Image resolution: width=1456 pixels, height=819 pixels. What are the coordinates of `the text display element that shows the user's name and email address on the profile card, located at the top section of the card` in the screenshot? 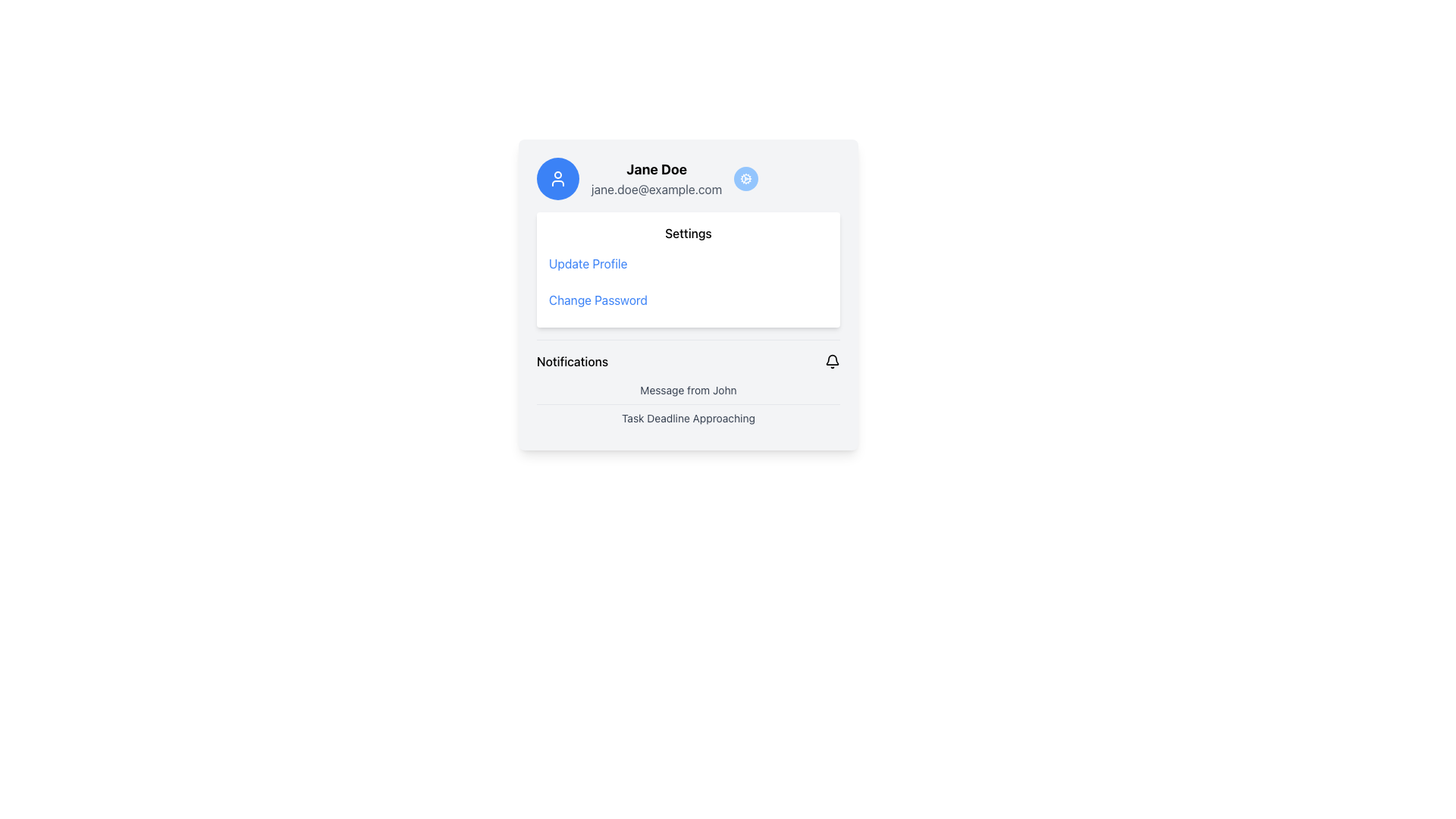 It's located at (657, 177).